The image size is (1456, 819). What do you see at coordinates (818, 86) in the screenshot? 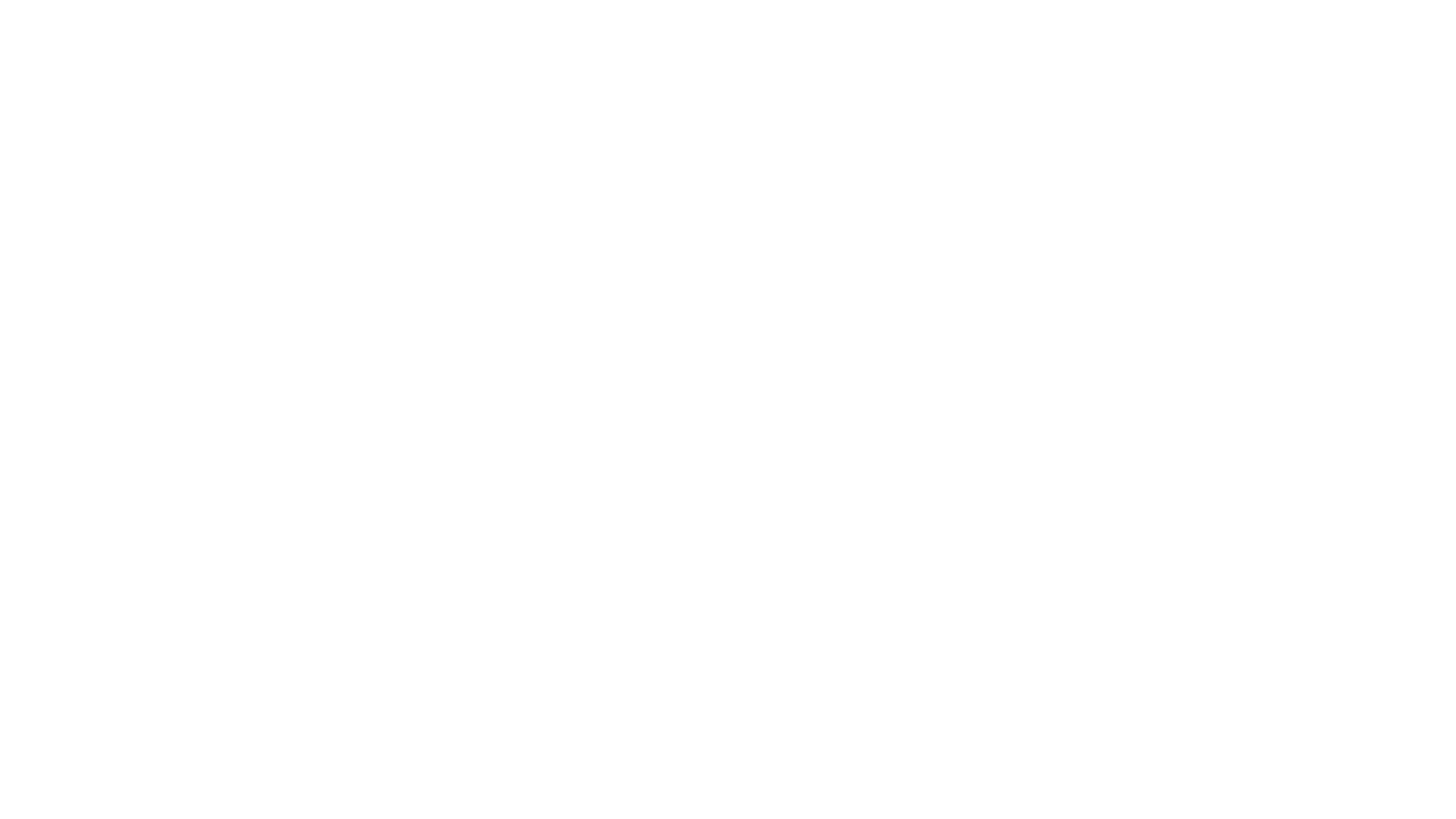
I see `Follow` at bounding box center [818, 86].